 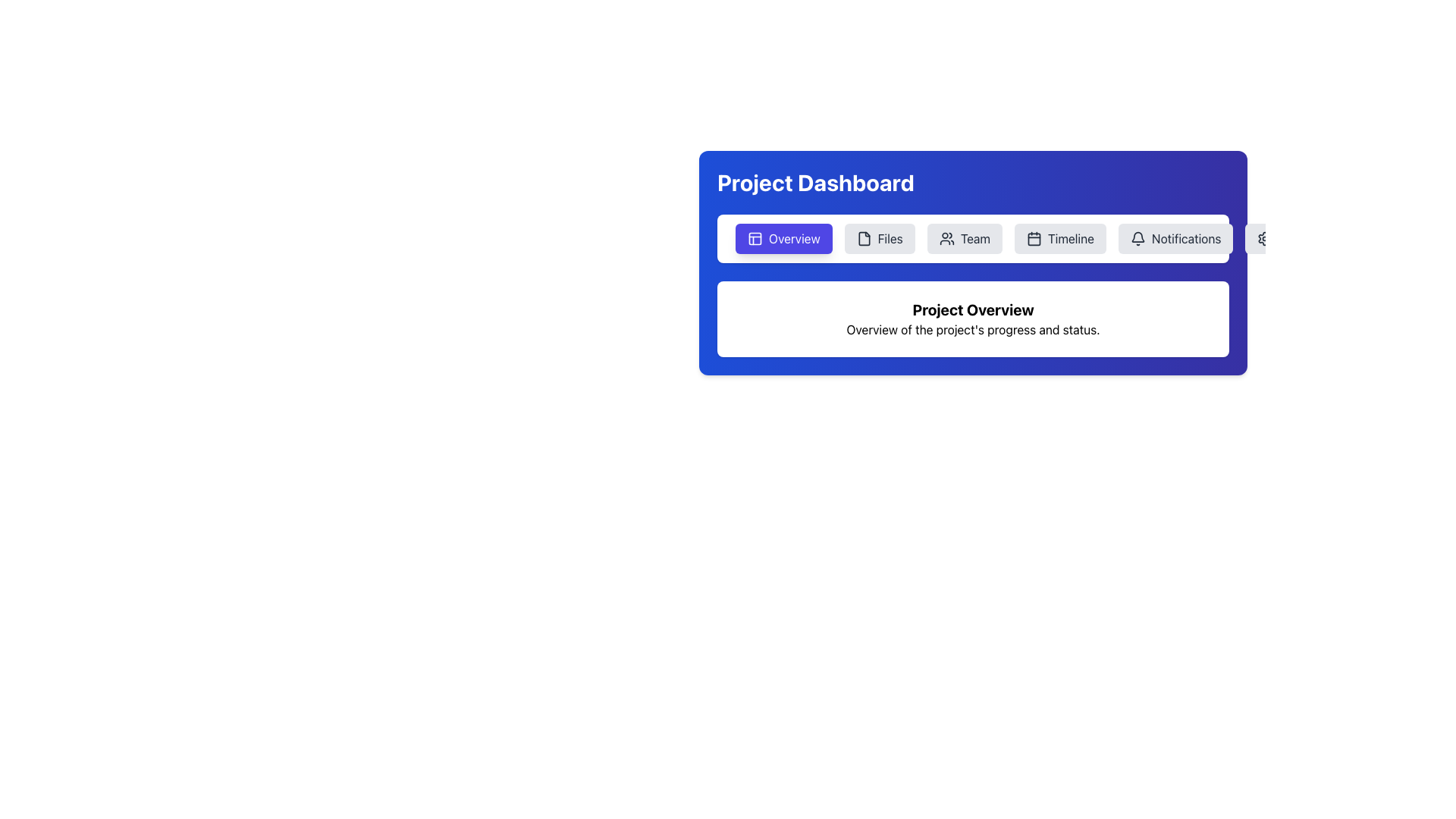 I want to click on the icon within the 'Overview' button, which serves as a visual aid for the button's purpose, located at the center-left of the button, so click(x=755, y=239).